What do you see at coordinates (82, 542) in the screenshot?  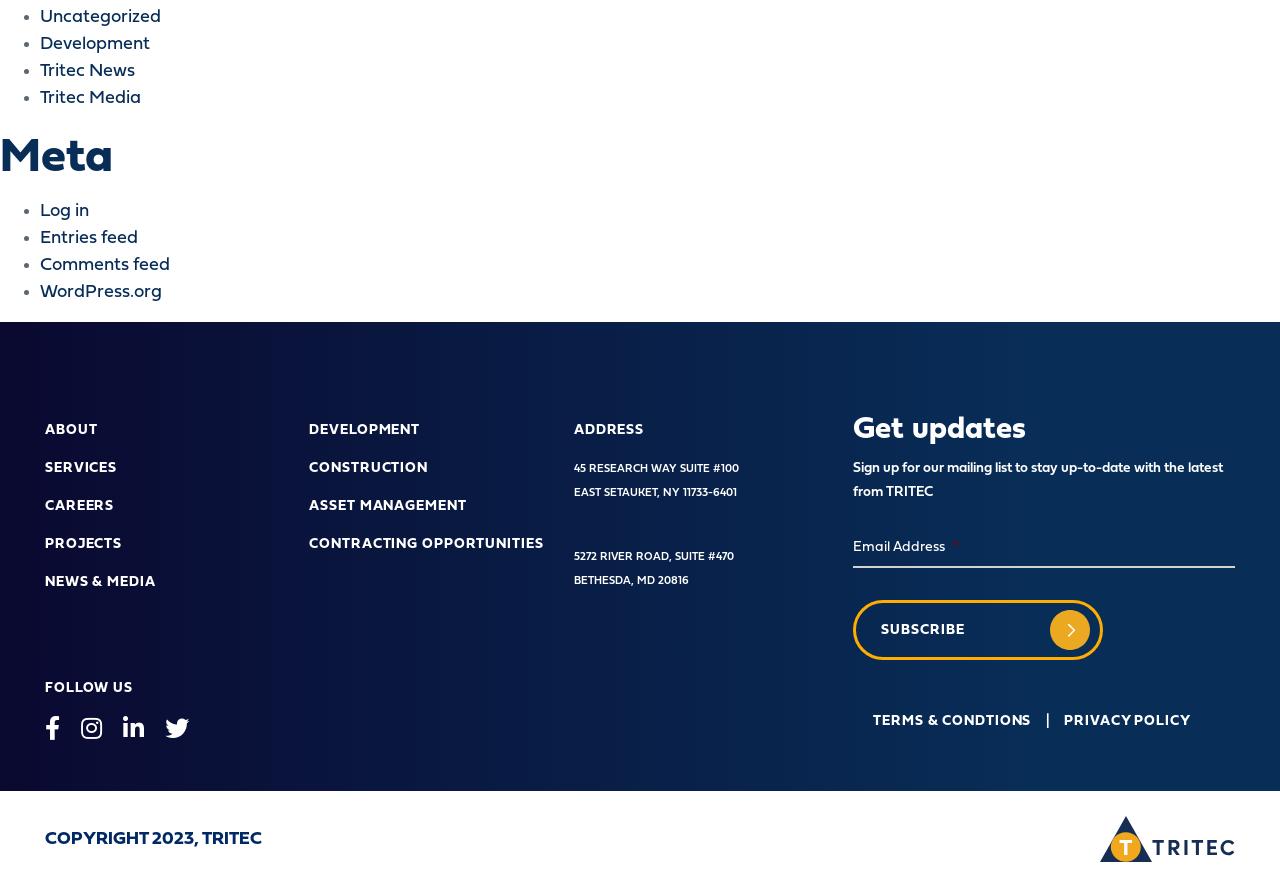 I see `'Projects'` at bounding box center [82, 542].